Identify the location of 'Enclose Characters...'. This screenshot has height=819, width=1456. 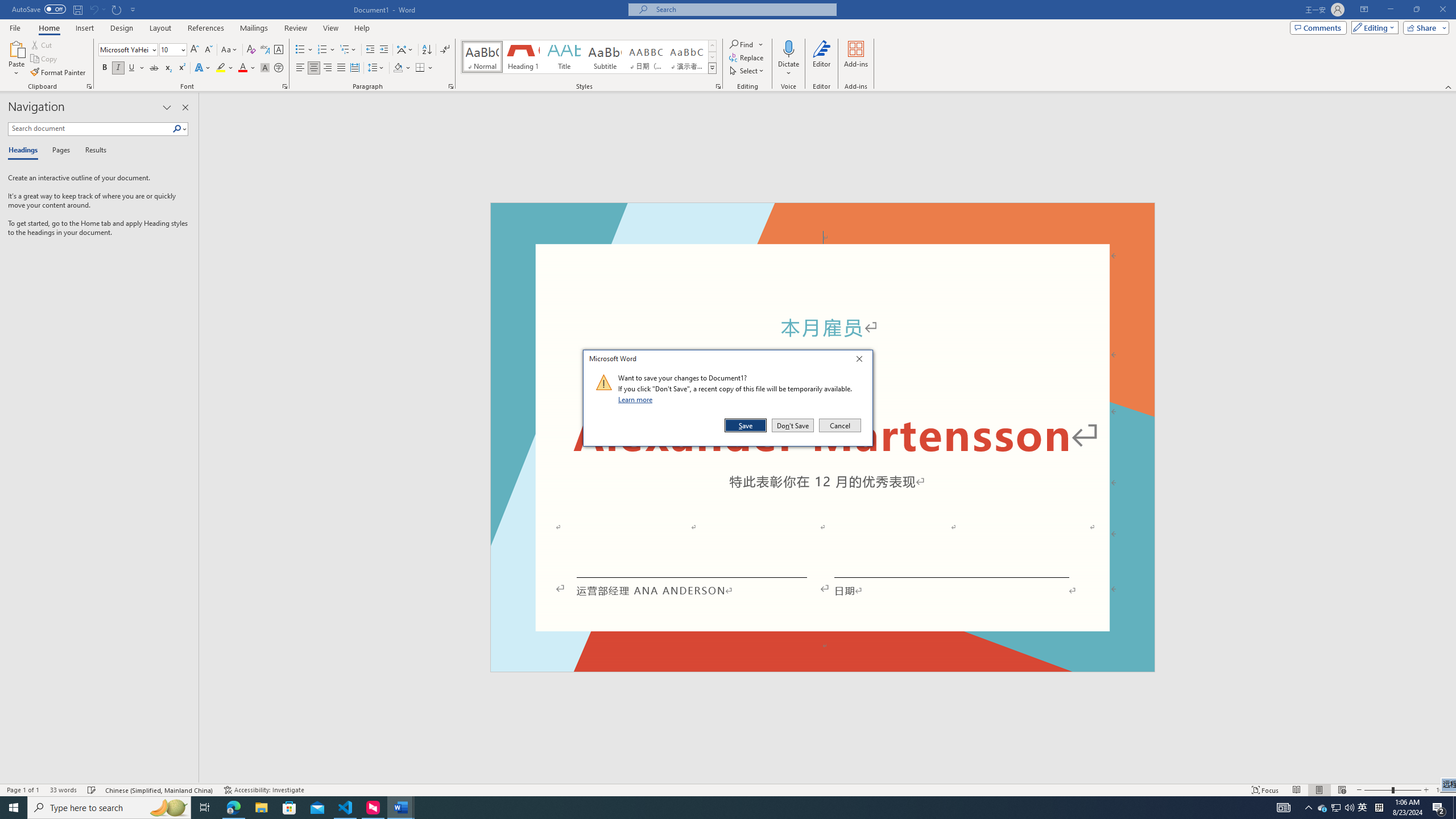
(278, 67).